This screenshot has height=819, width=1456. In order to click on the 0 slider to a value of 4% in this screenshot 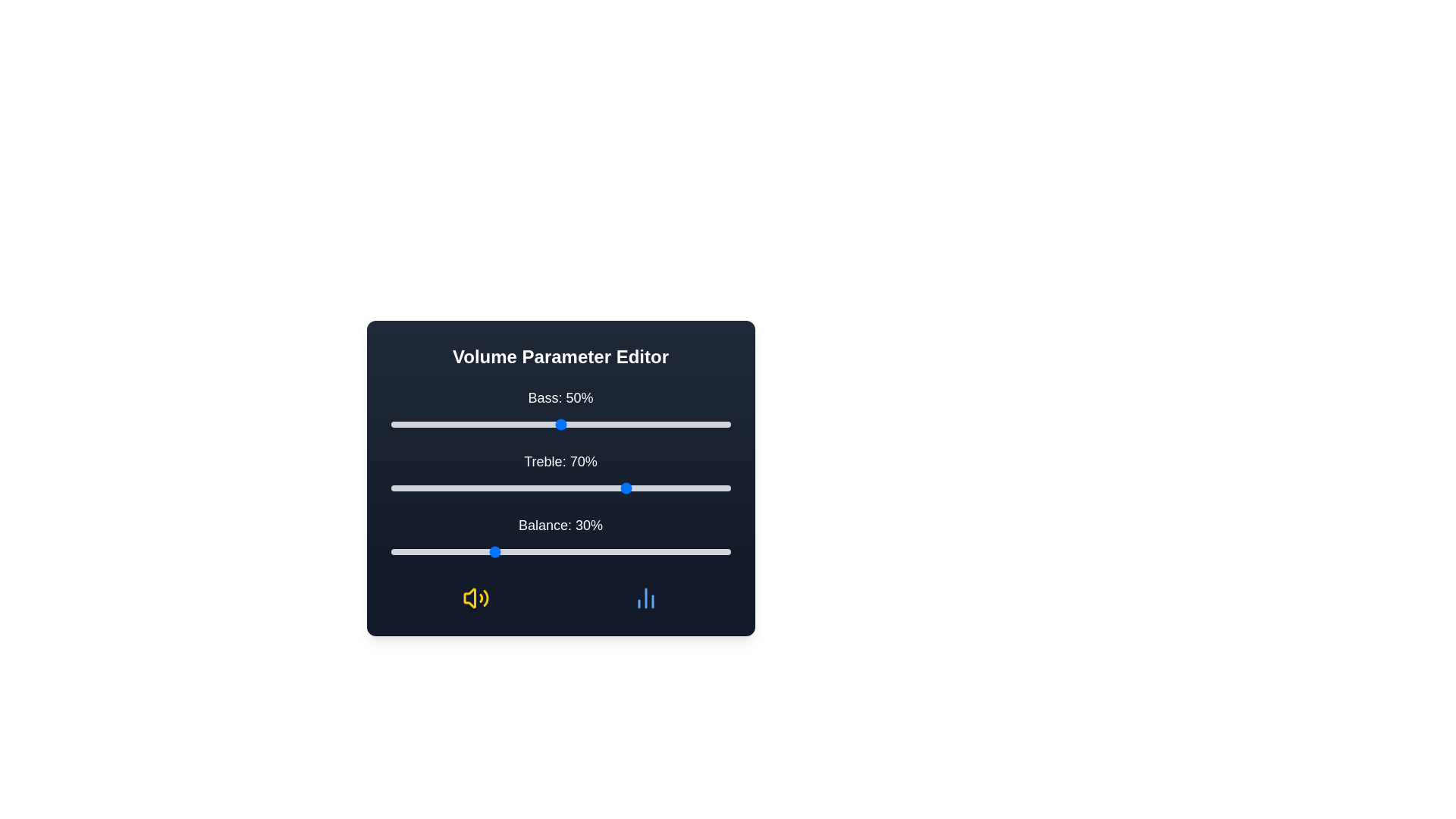, I will do `click(404, 424)`.